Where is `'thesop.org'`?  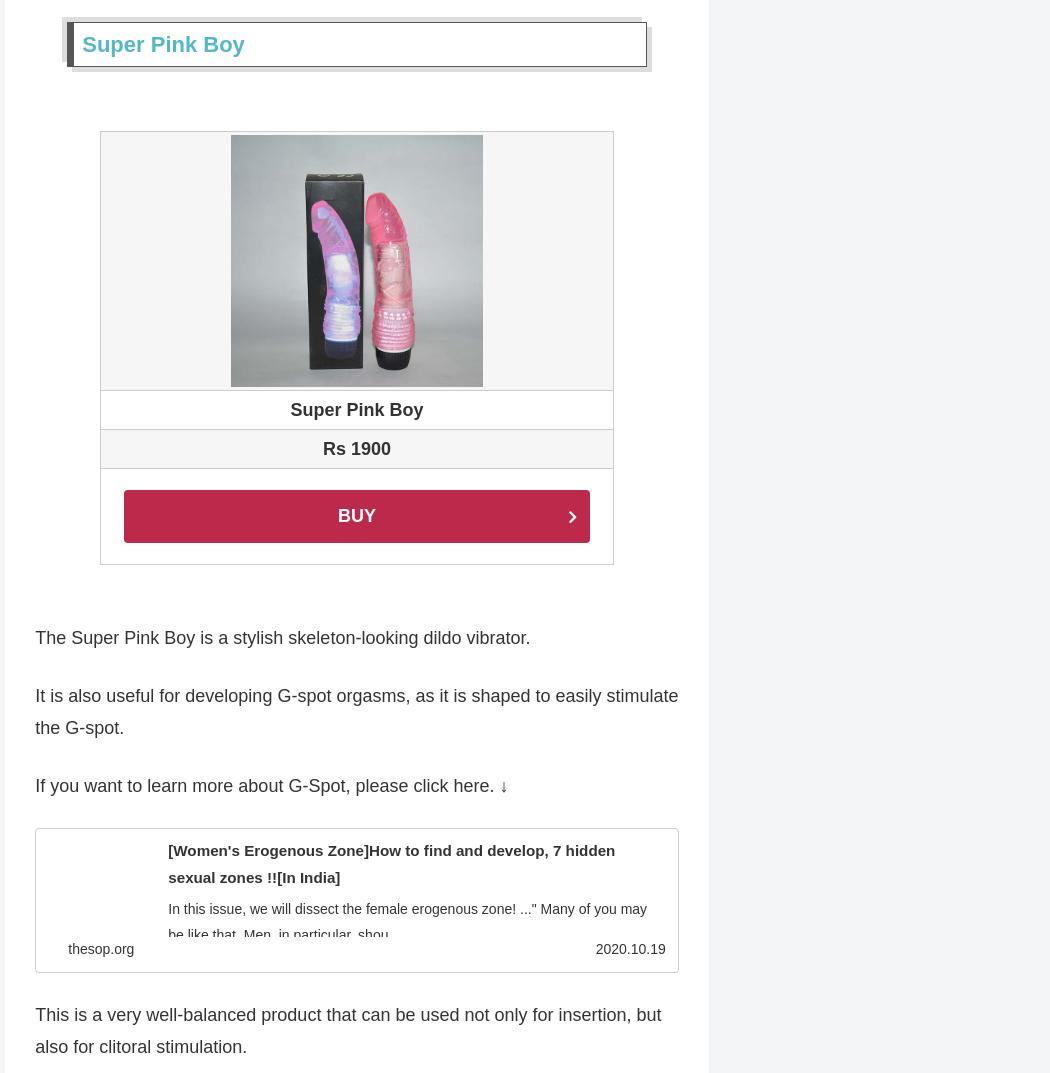
'thesop.org' is located at coordinates (101, 950).